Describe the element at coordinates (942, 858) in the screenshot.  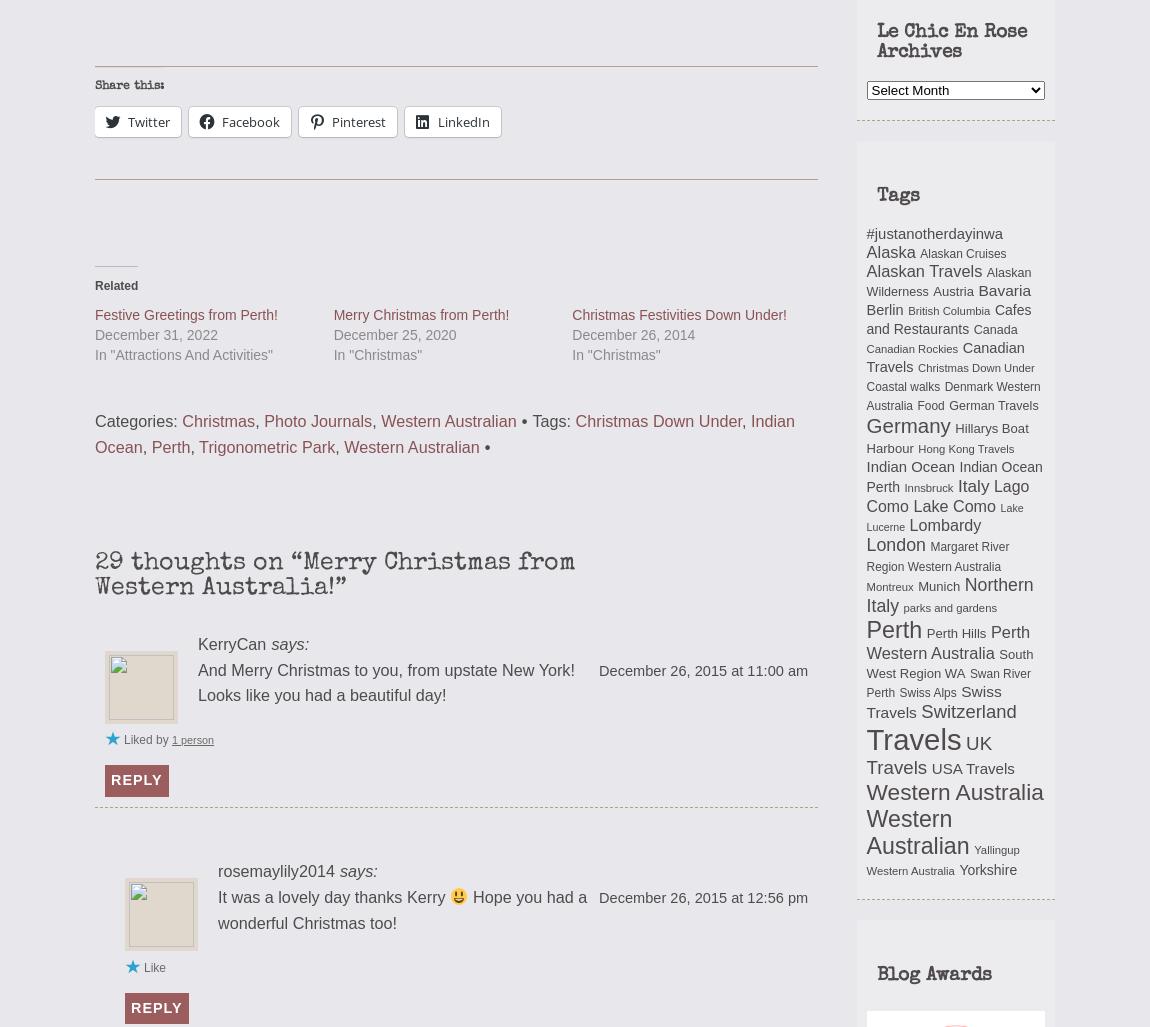
I see `'Yallingup Western Australia'` at that location.